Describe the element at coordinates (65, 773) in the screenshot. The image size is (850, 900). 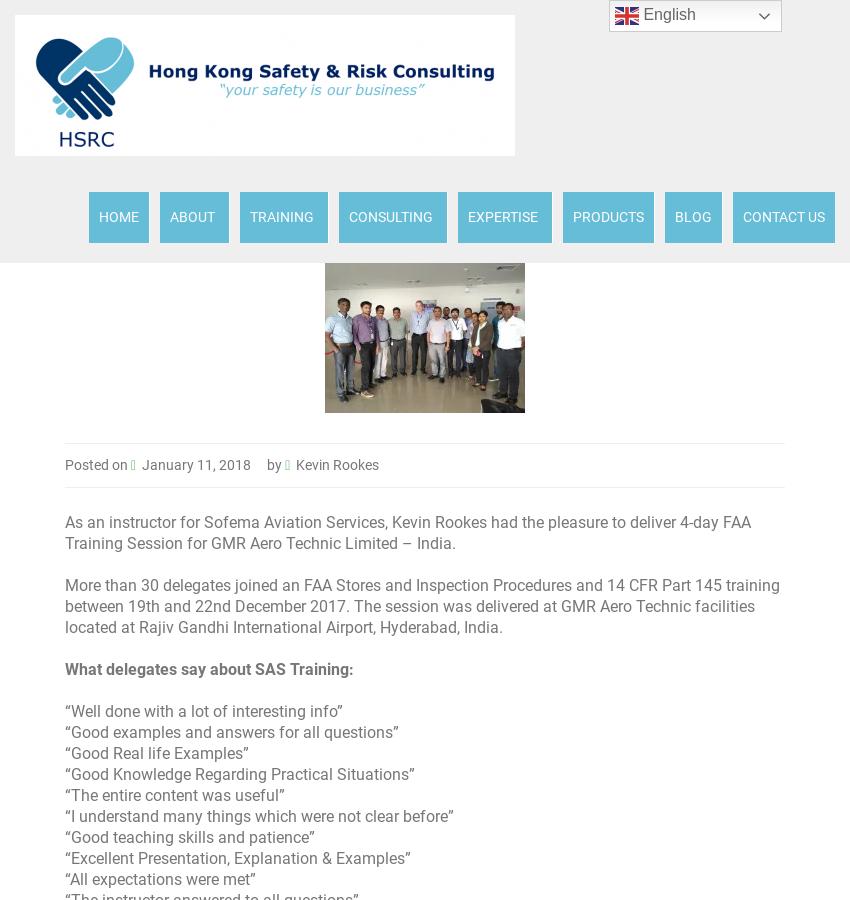
I see `'“Good Knowledge Regarding Practical Situations”'` at that location.